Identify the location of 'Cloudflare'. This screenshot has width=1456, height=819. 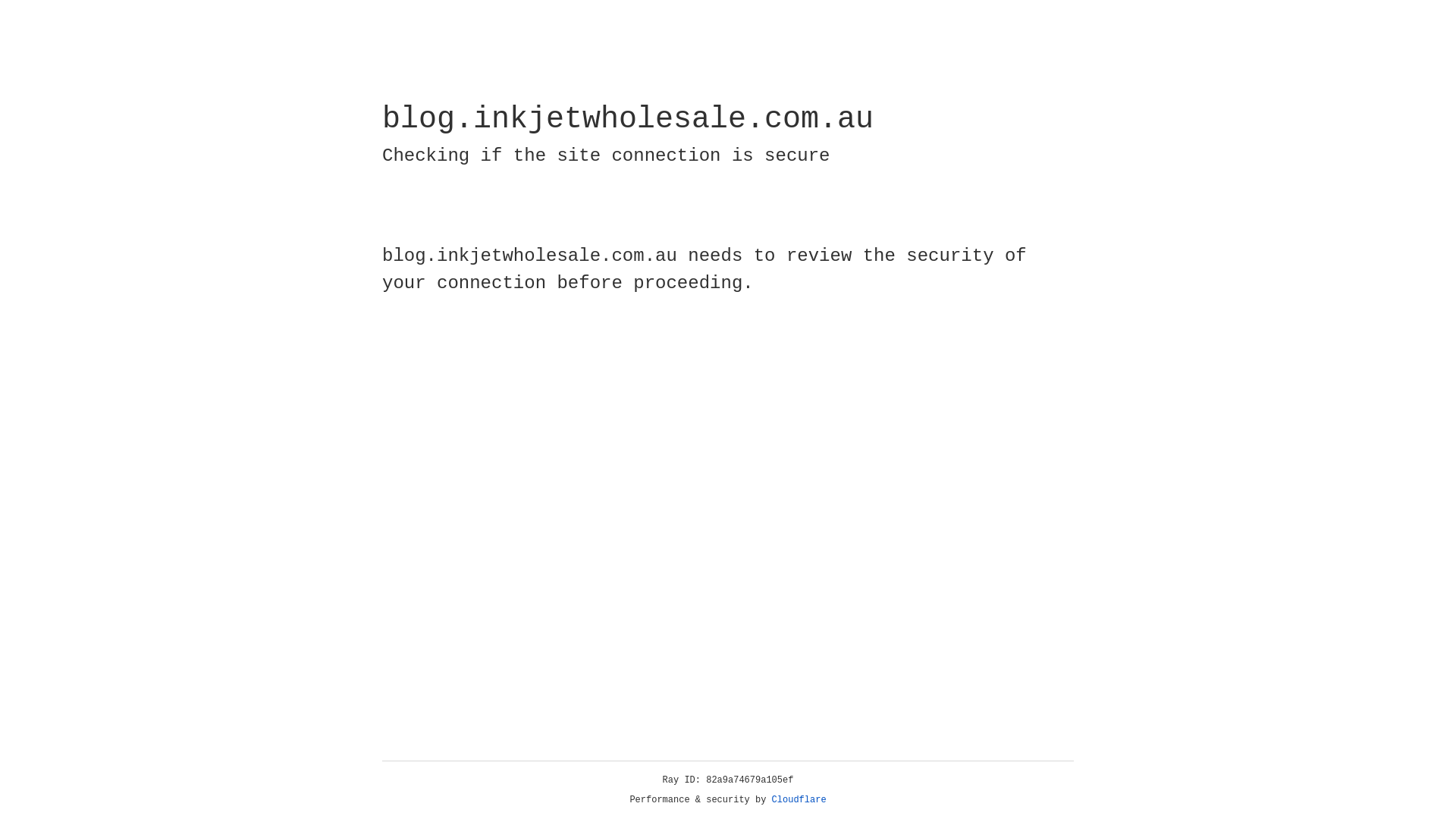
(799, 799).